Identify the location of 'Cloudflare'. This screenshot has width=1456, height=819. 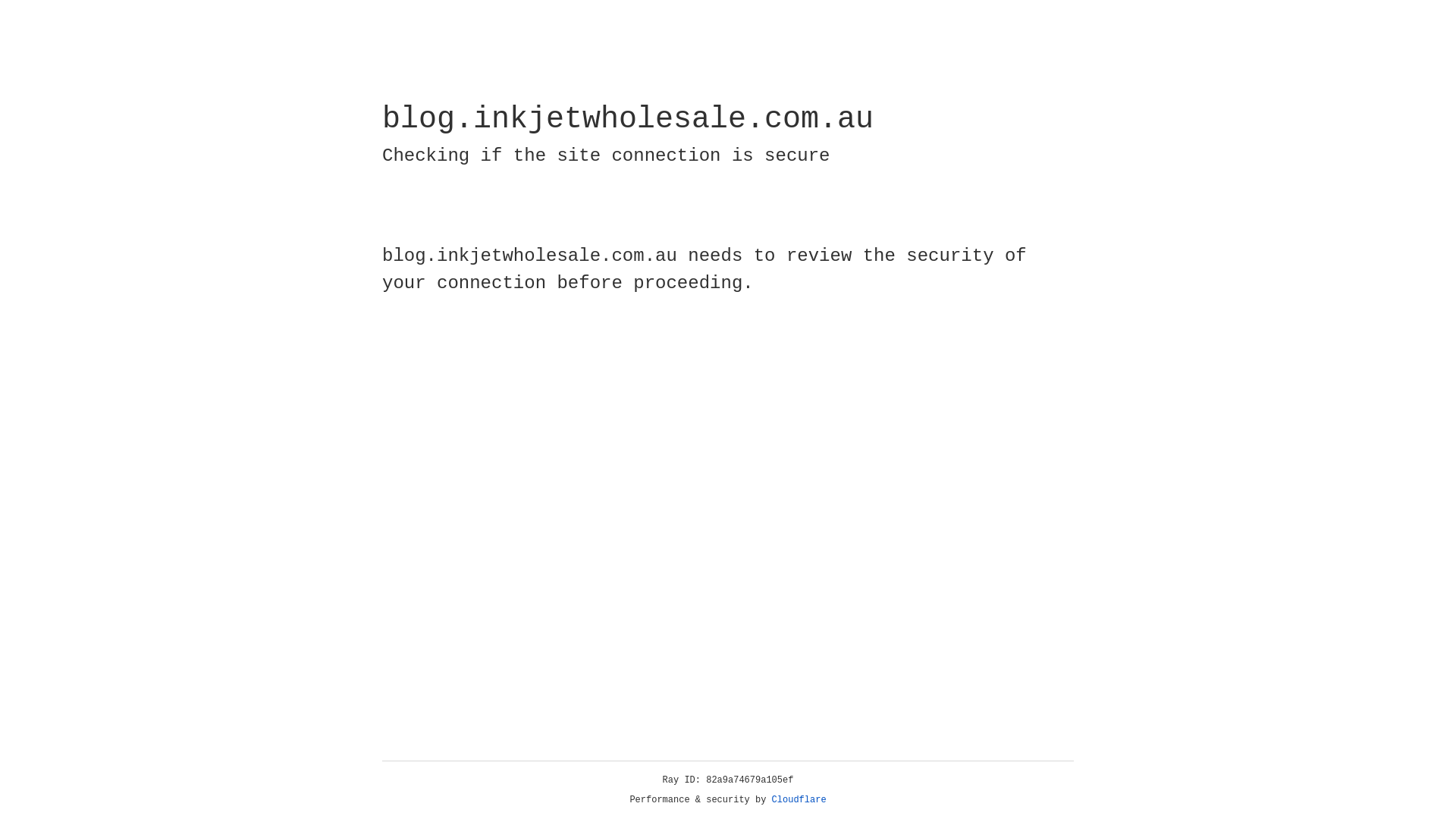
(799, 799).